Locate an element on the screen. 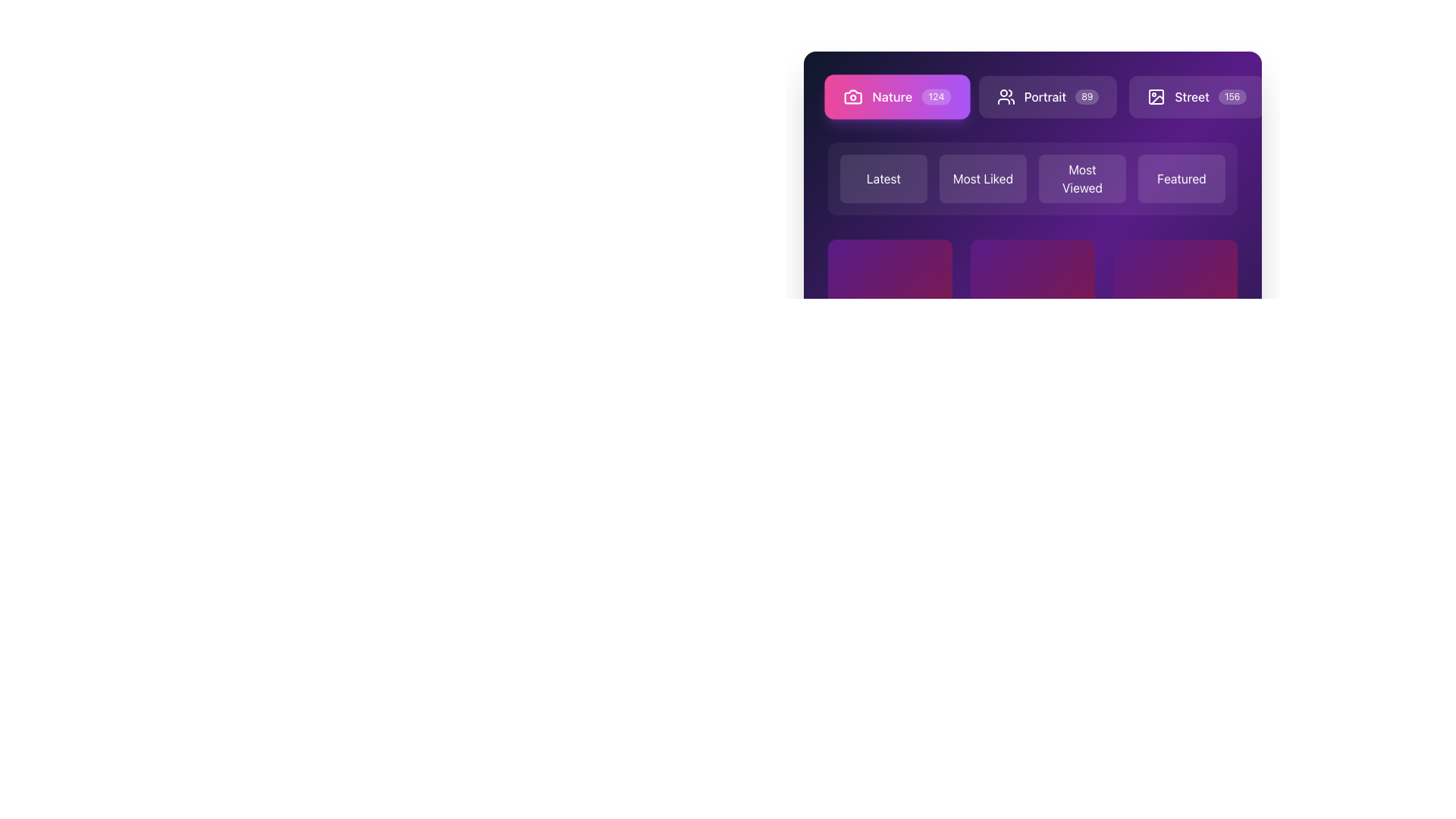 The image size is (1456, 819). the 'Nature' category button at the top-left of the category list is located at coordinates (897, 96).